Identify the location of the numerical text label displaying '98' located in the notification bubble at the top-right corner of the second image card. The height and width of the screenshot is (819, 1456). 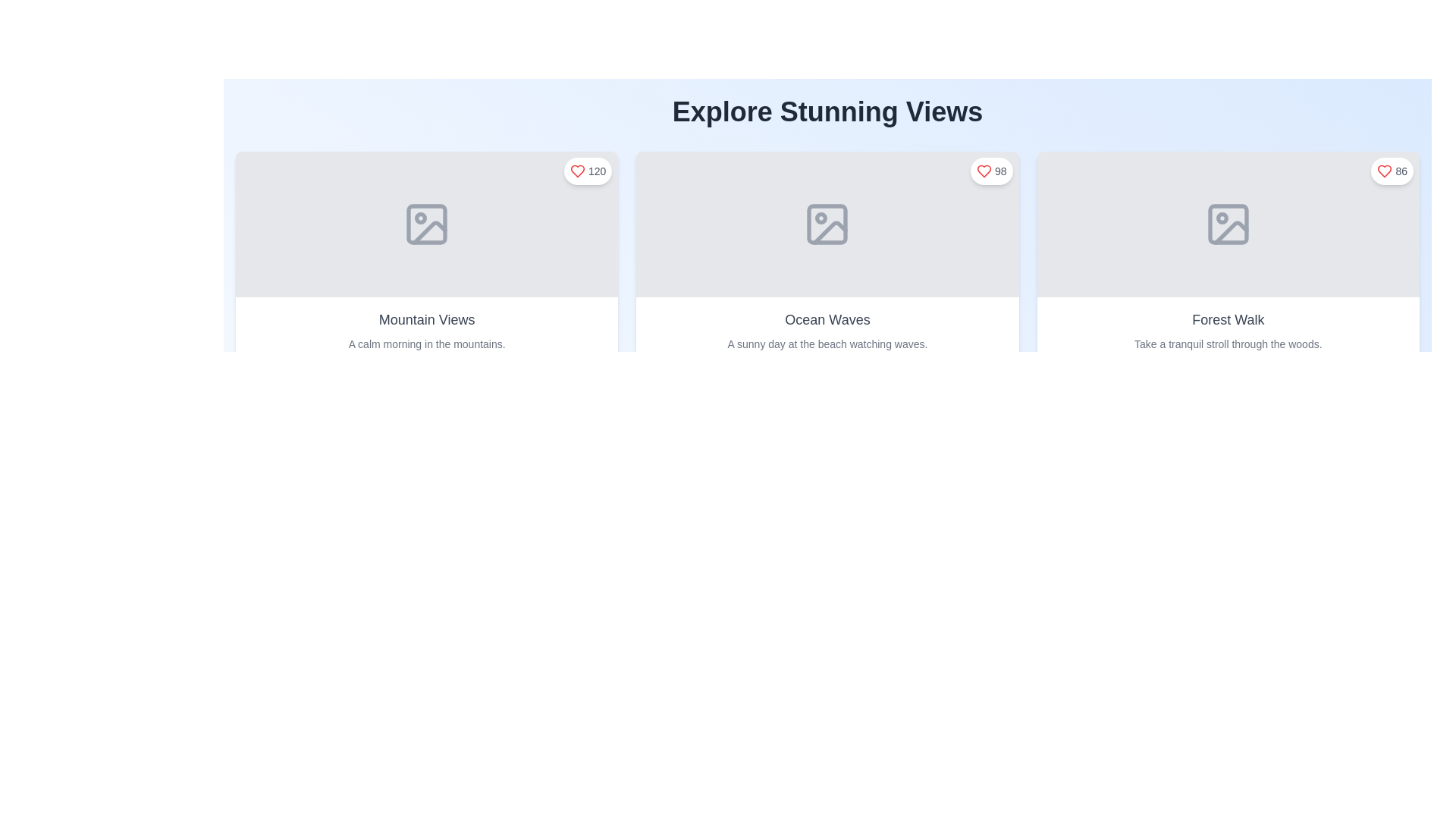
(1000, 171).